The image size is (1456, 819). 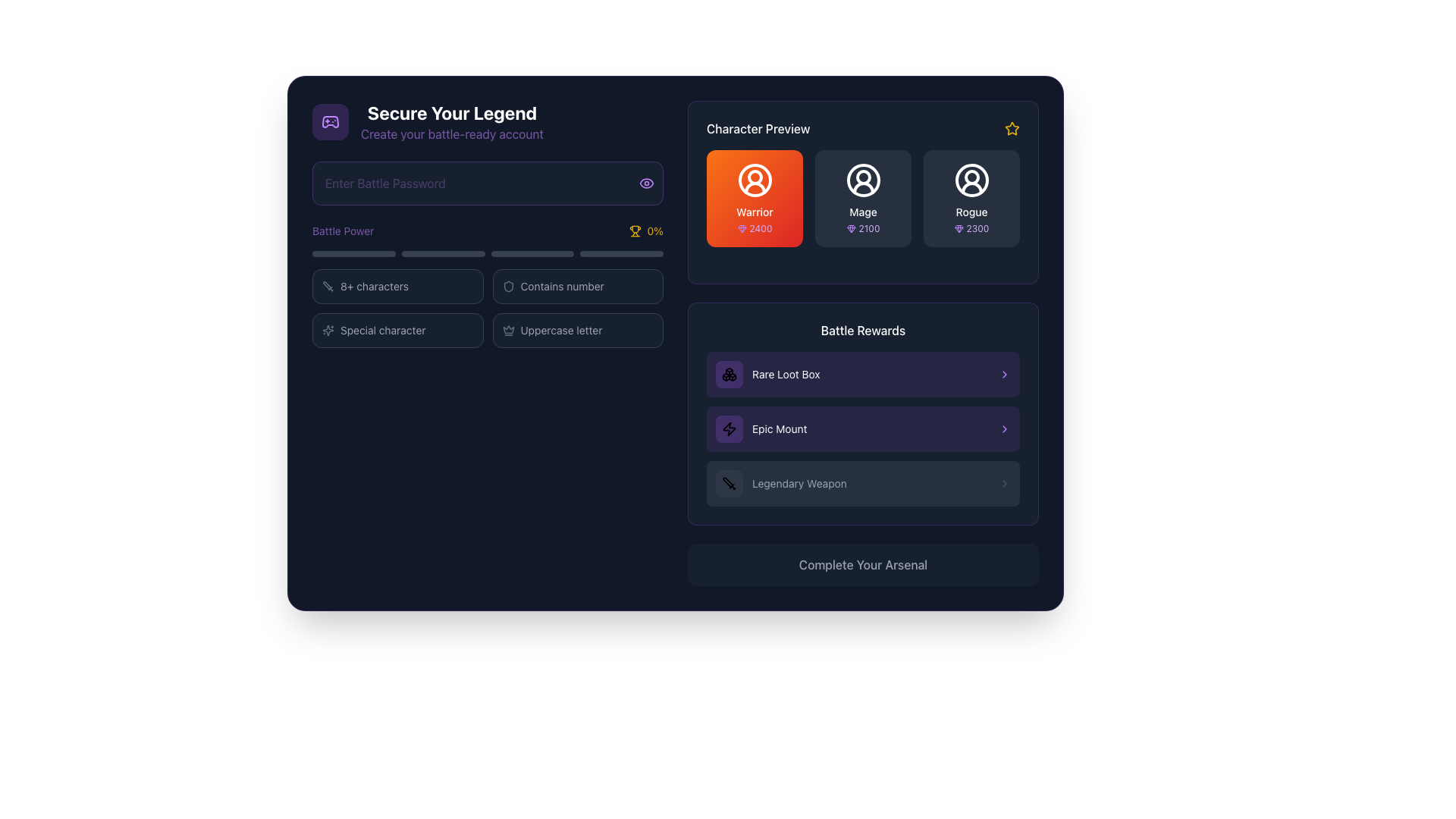 I want to click on the circular user profile icon located in the 'Character Preview' section, which is the middle icon between 'Warrior' and 'Rogue', so click(x=863, y=180).